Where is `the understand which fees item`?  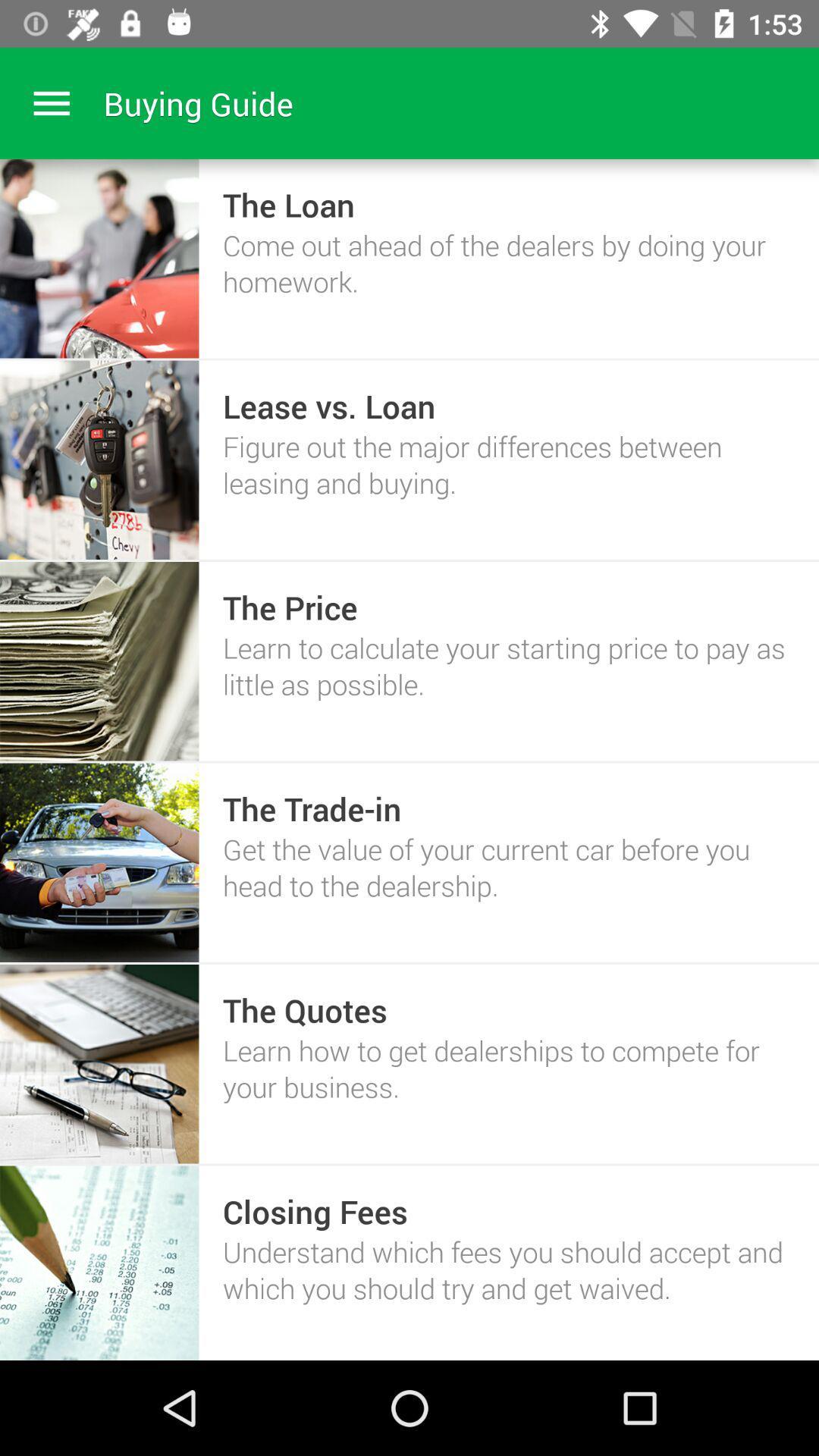
the understand which fees item is located at coordinates (509, 1269).